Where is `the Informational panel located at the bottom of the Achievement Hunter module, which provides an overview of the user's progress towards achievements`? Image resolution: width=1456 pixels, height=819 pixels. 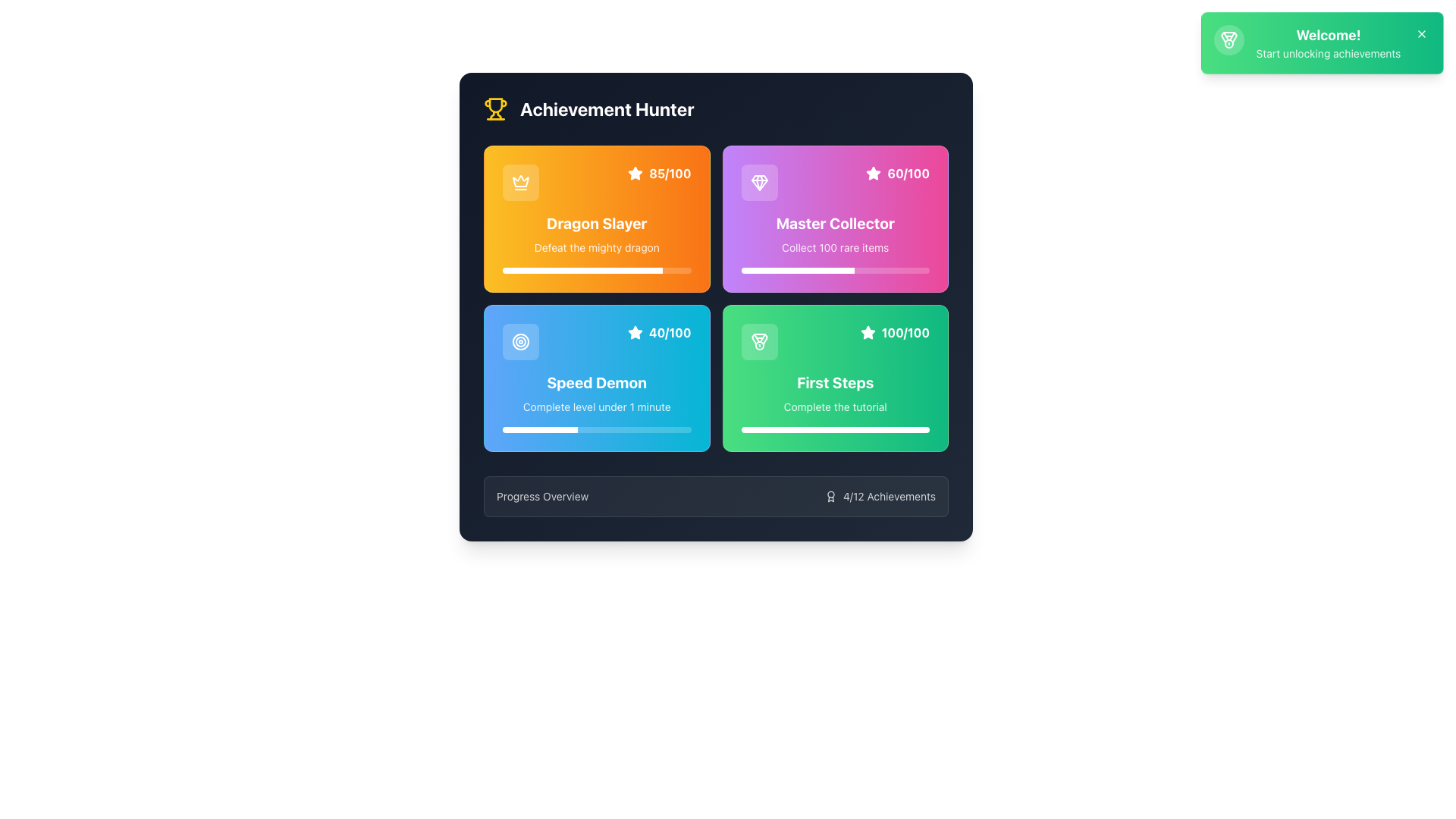 the Informational panel located at the bottom of the Achievement Hunter module, which provides an overview of the user's progress towards achievements is located at coordinates (715, 497).